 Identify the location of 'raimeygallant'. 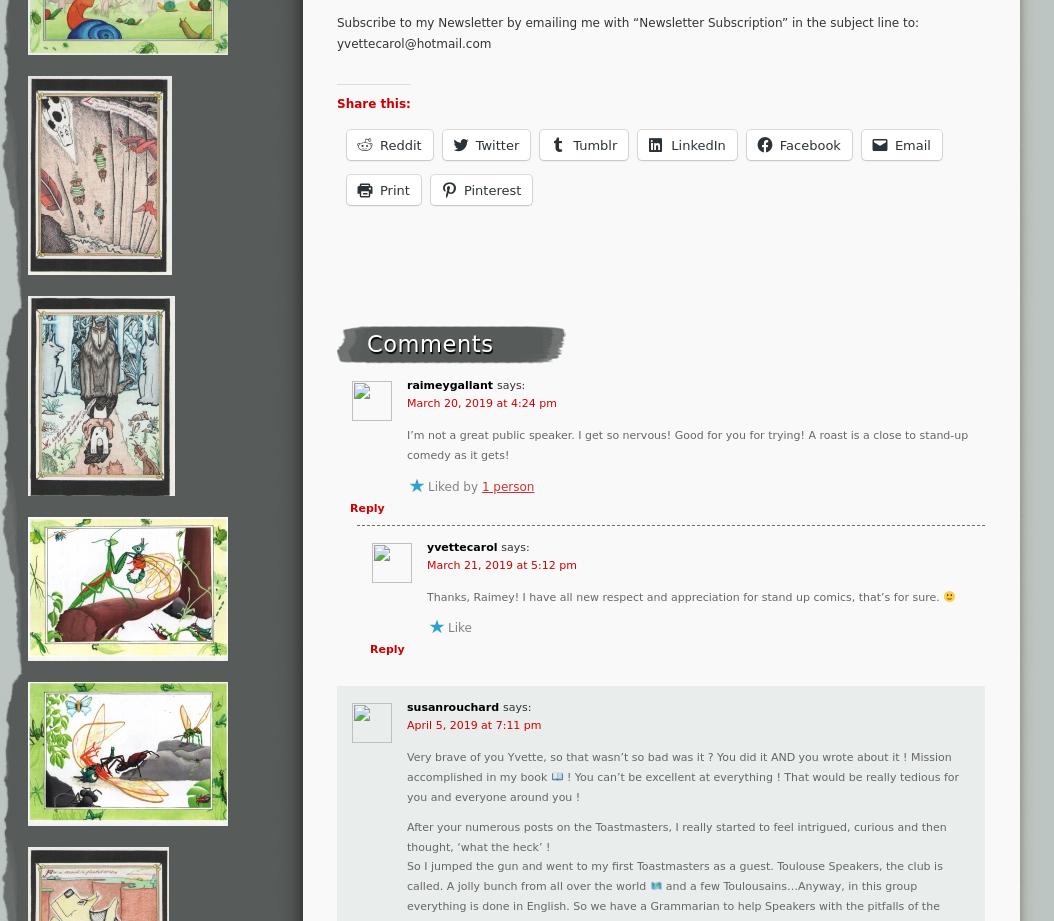
(405, 385).